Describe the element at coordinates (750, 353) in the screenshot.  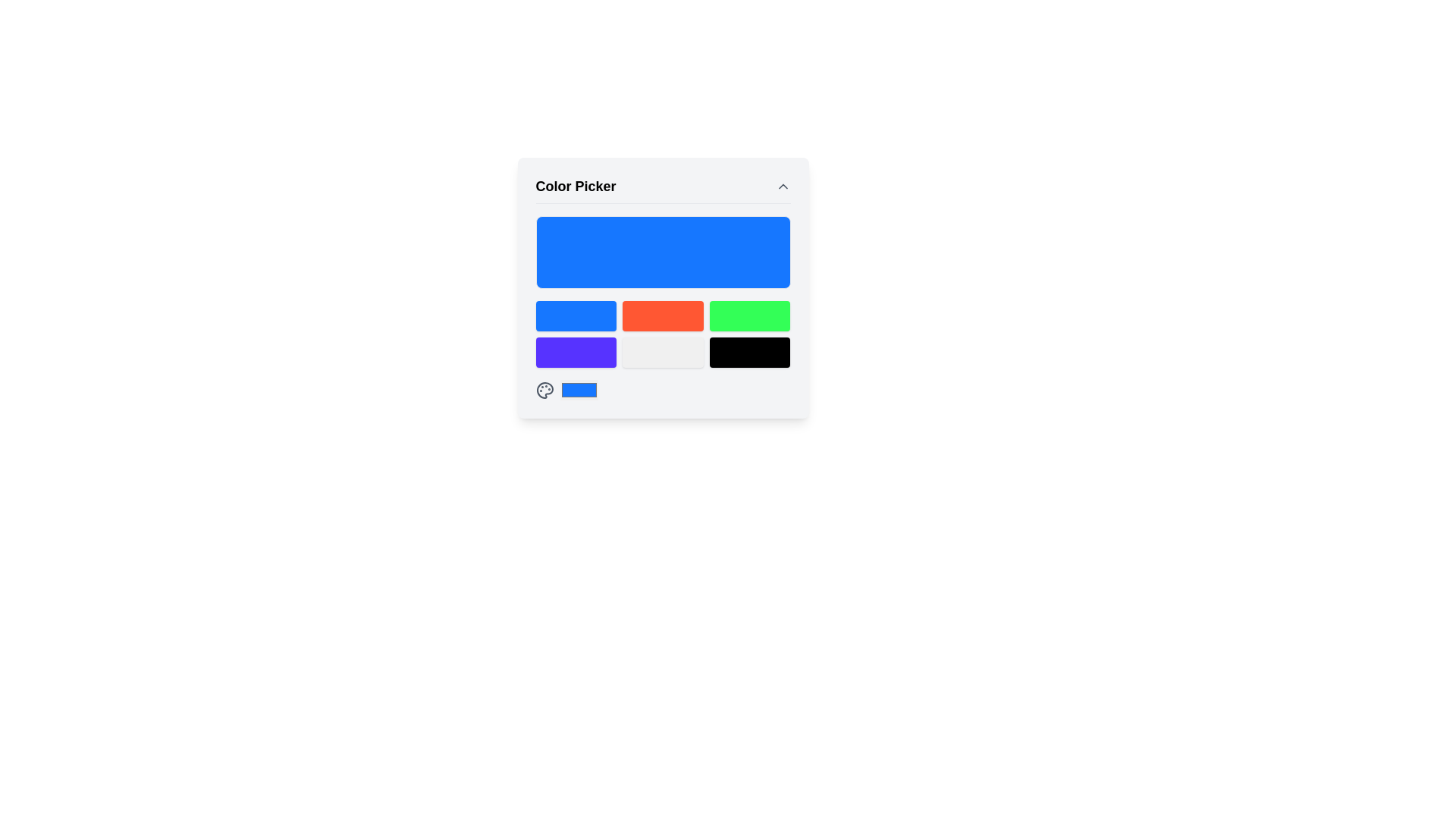
I see `the button in the bottom-right corner of the color-picker tool` at that location.